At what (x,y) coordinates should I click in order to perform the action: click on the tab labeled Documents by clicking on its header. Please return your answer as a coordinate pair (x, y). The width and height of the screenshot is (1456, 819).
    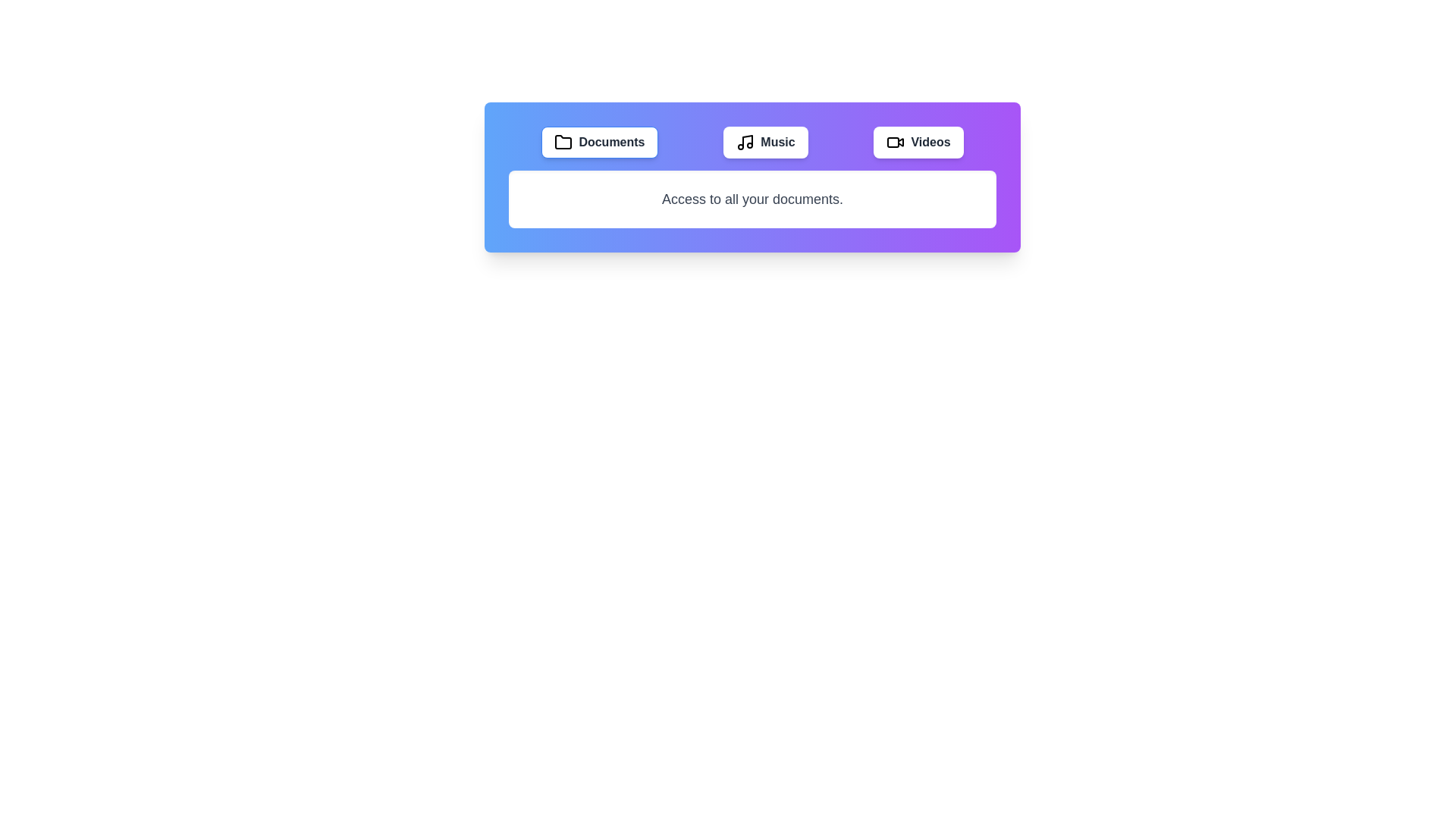
    Looking at the image, I should click on (599, 143).